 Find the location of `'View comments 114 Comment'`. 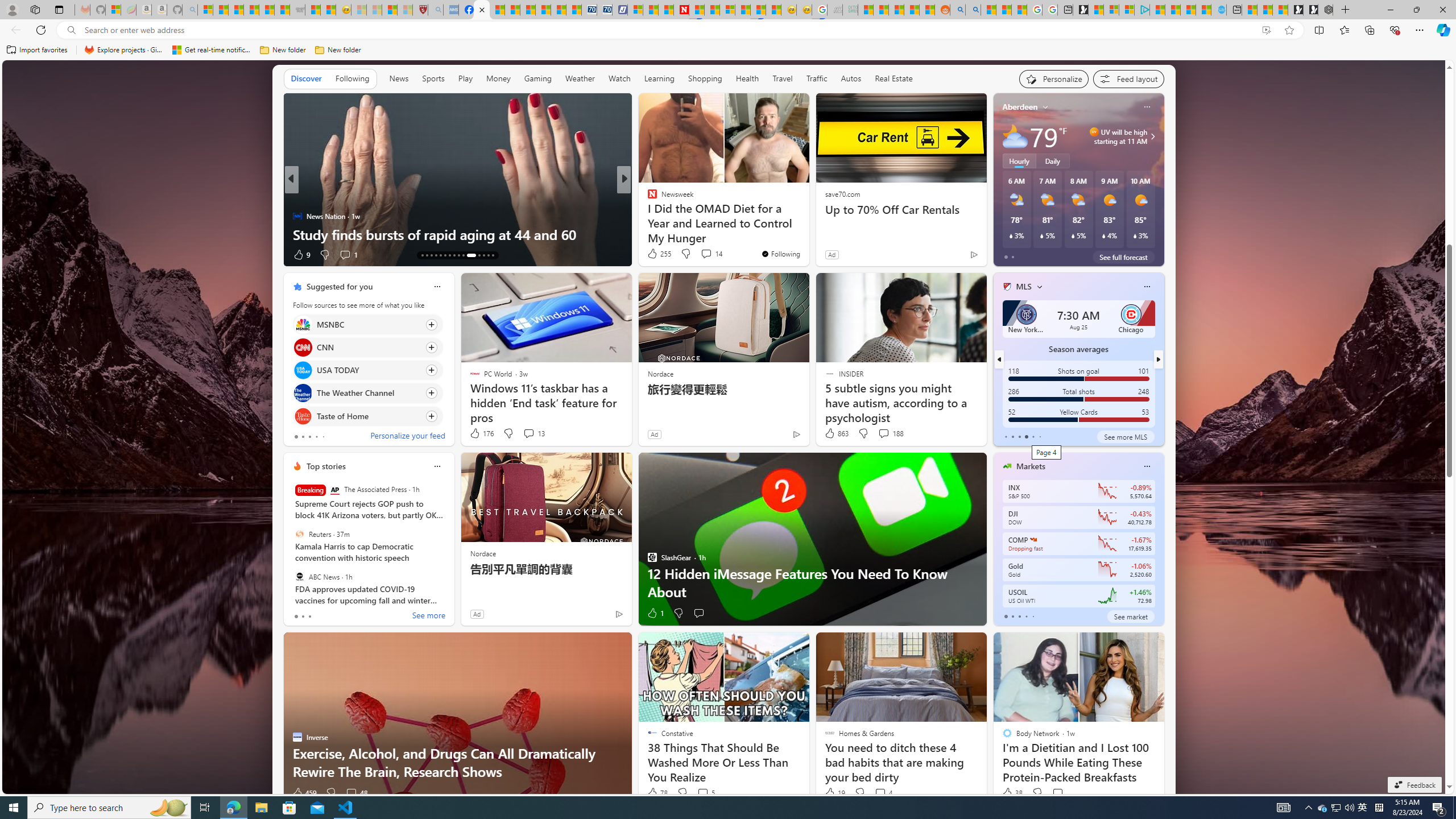

'View comments 114 Comment' is located at coordinates (709, 254).